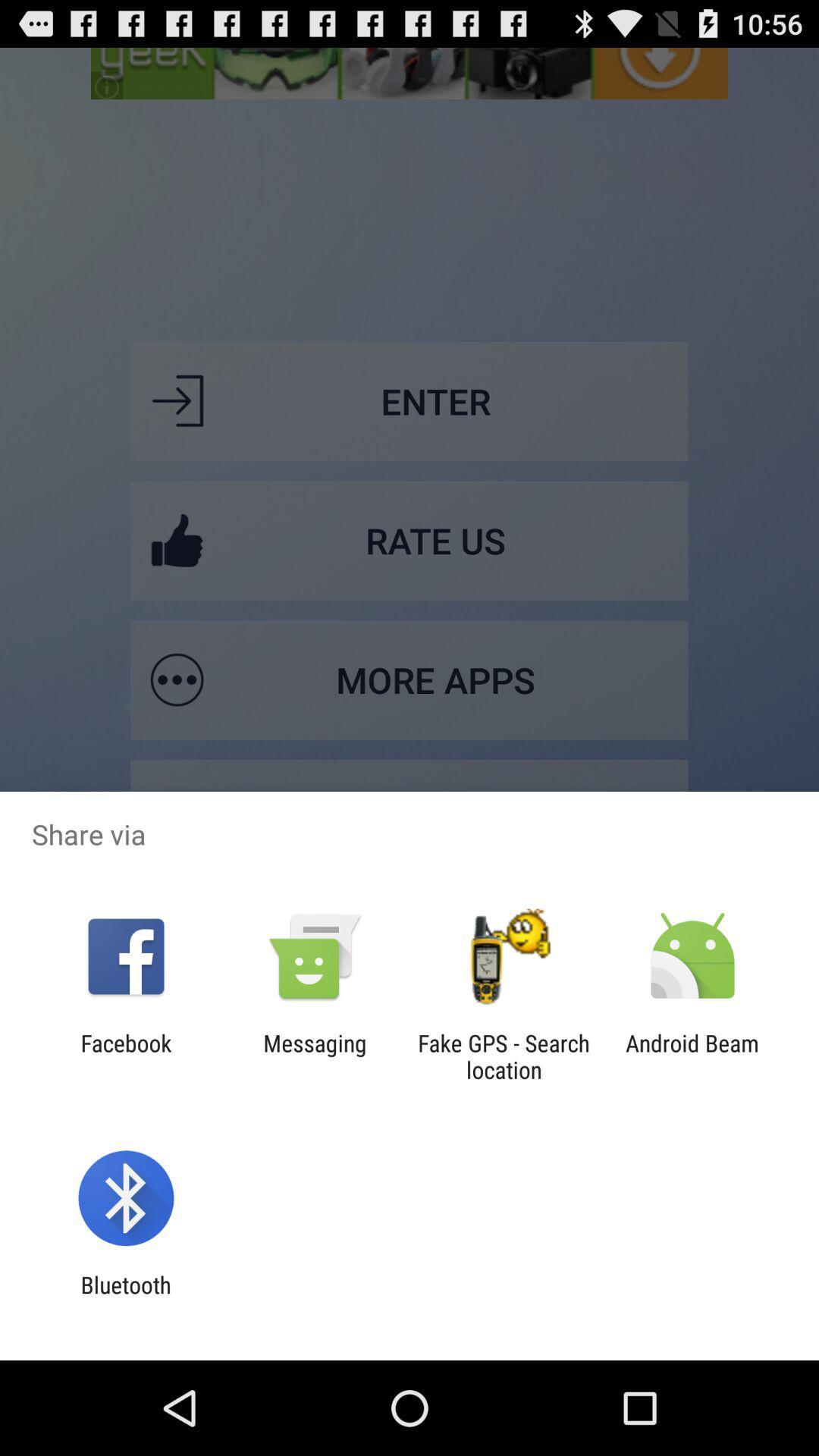  What do you see at coordinates (125, 1298) in the screenshot?
I see `the bluetooth` at bounding box center [125, 1298].